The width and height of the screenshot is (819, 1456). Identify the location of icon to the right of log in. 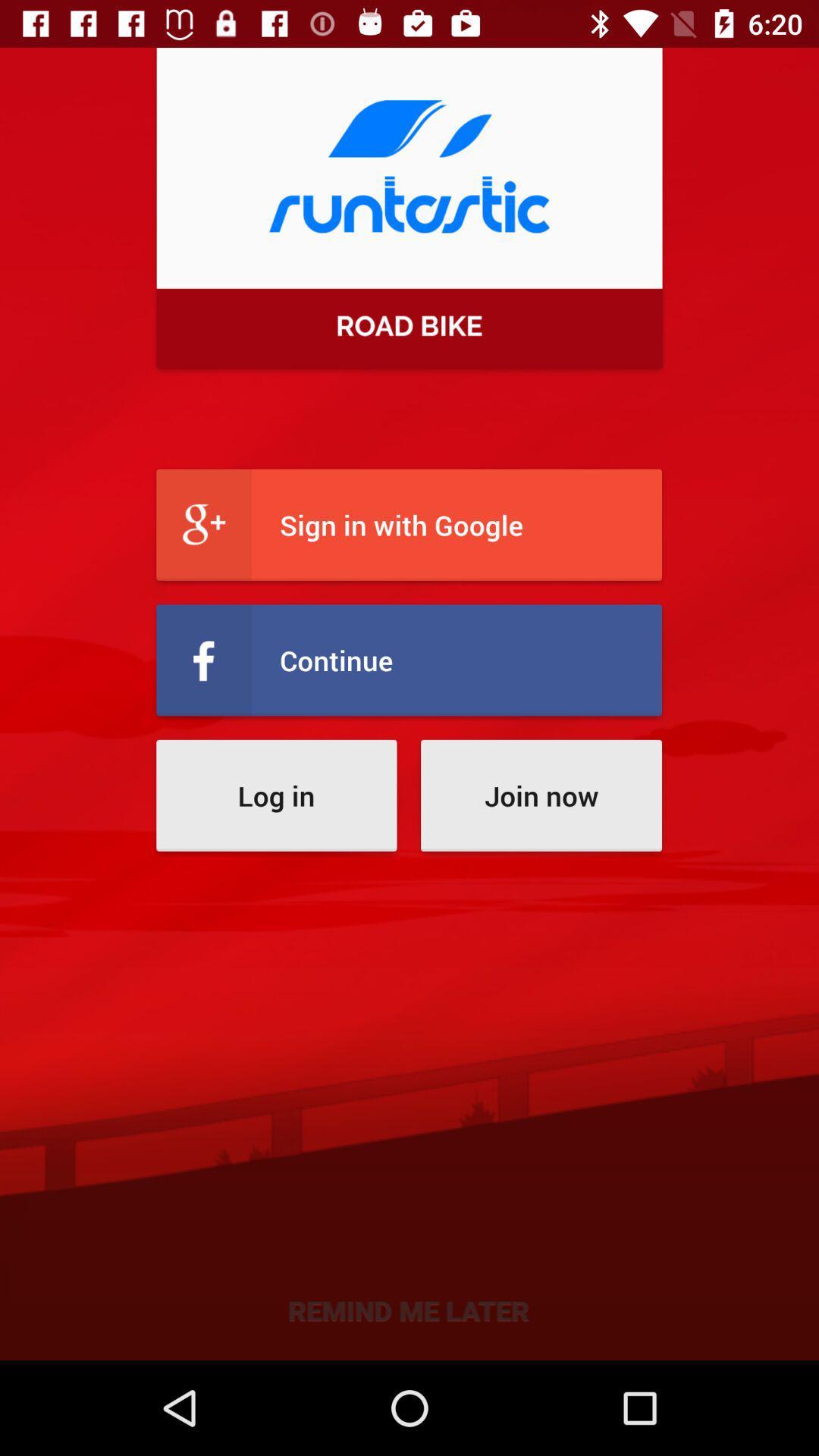
(540, 795).